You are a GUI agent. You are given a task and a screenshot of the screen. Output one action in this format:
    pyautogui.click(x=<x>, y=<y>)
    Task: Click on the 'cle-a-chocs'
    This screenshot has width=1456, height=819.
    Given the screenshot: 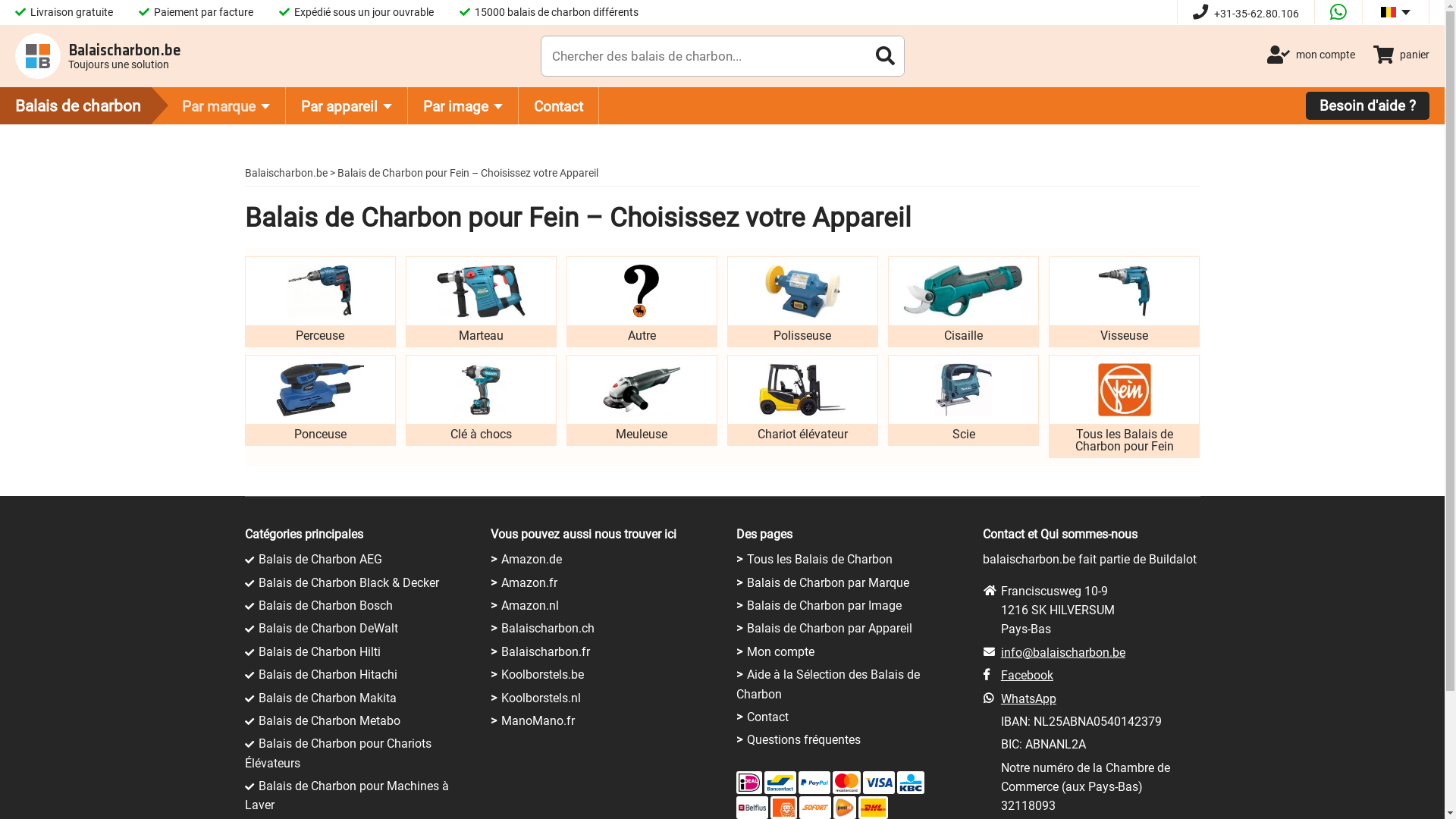 What is the action you would take?
    pyautogui.click(x=479, y=388)
    